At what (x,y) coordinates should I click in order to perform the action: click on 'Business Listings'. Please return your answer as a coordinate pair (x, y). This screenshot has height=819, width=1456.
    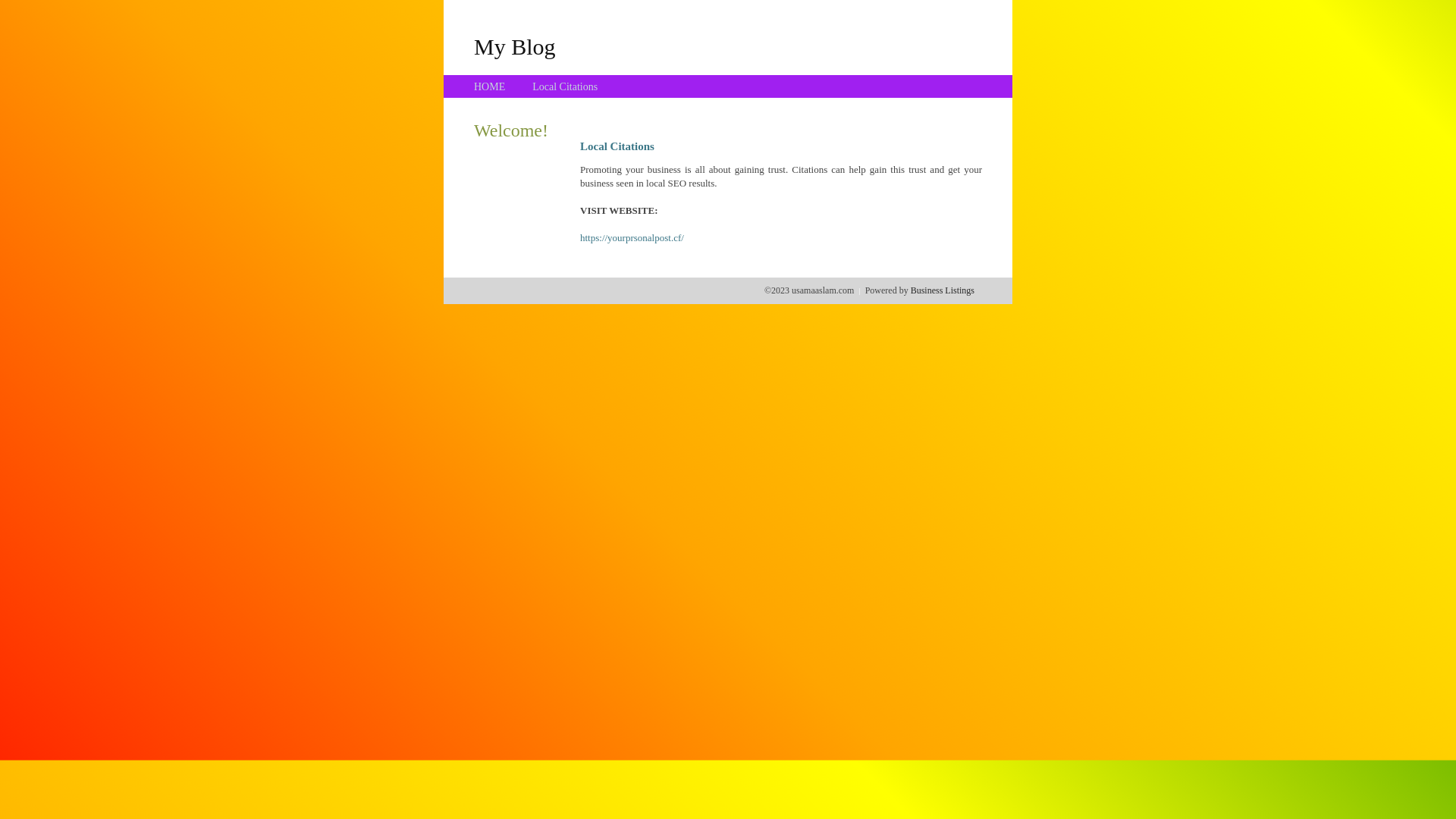
    Looking at the image, I should click on (942, 290).